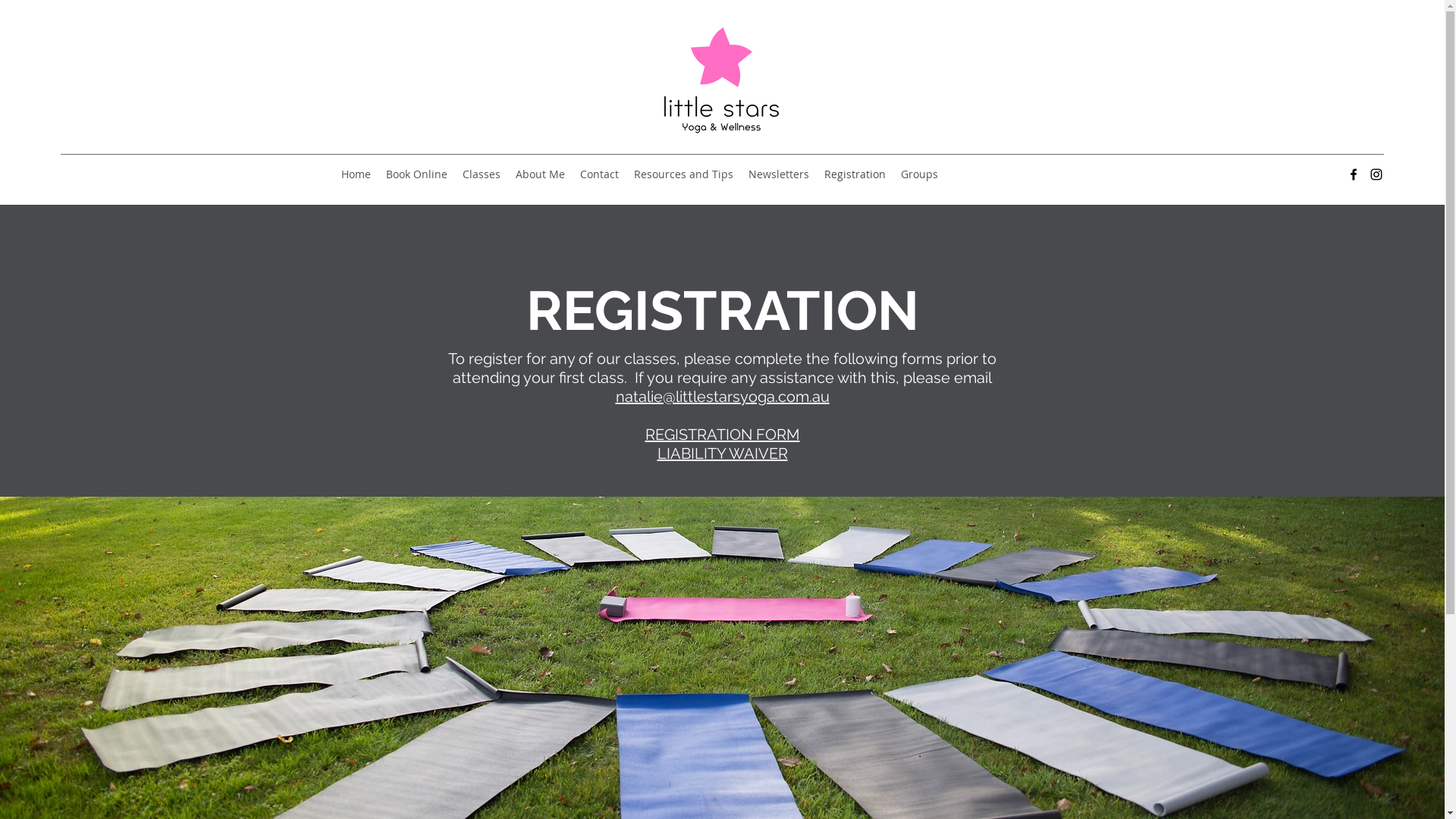 This screenshot has width=1456, height=819. What do you see at coordinates (682, 174) in the screenshot?
I see `'Resources and Tips'` at bounding box center [682, 174].